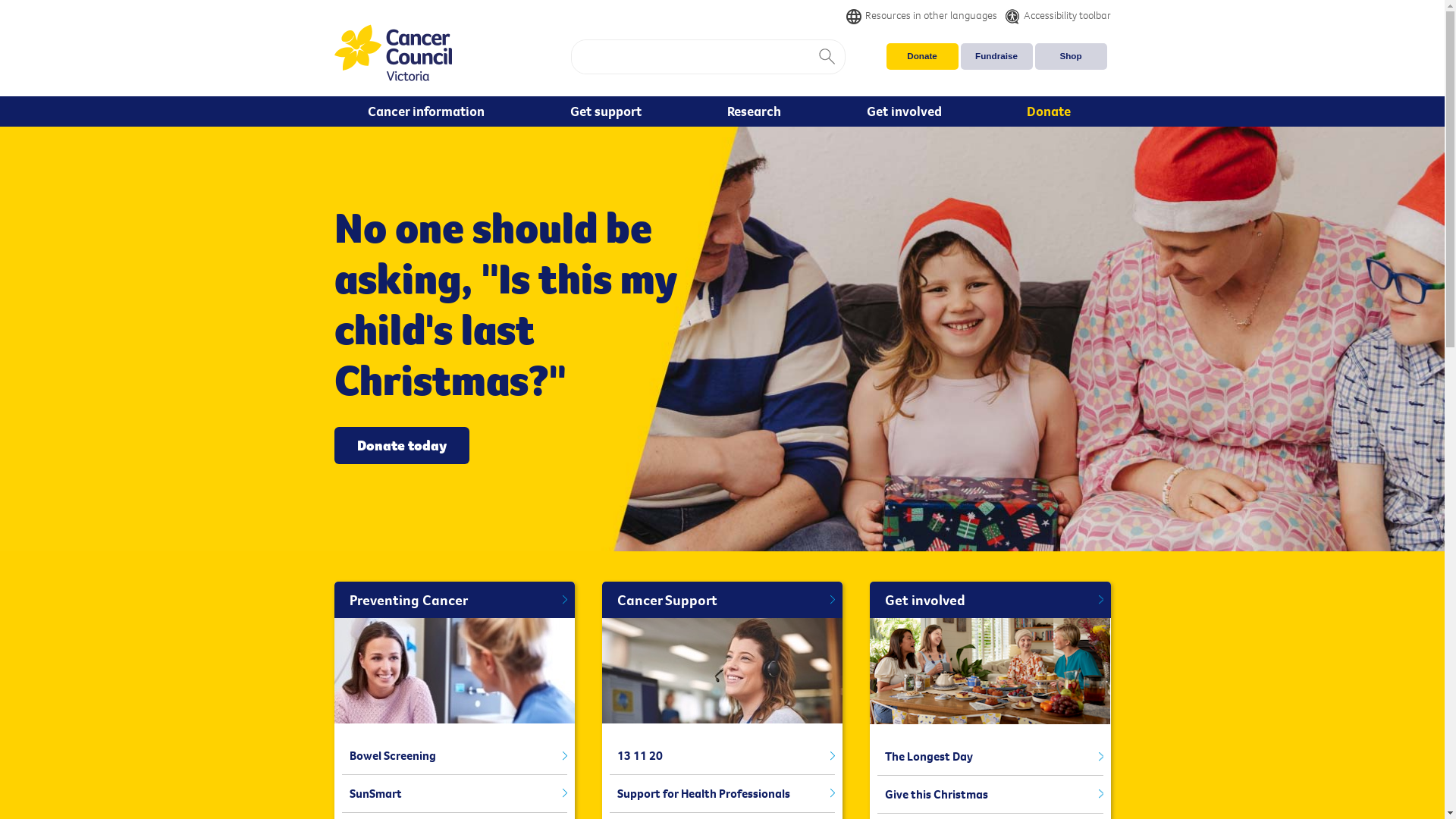 This screenshot has height=819, width=1456. What do you see at coordinates (825, 55) in the screenshot?
I see `'Search'` at bounding box center [825, 55].